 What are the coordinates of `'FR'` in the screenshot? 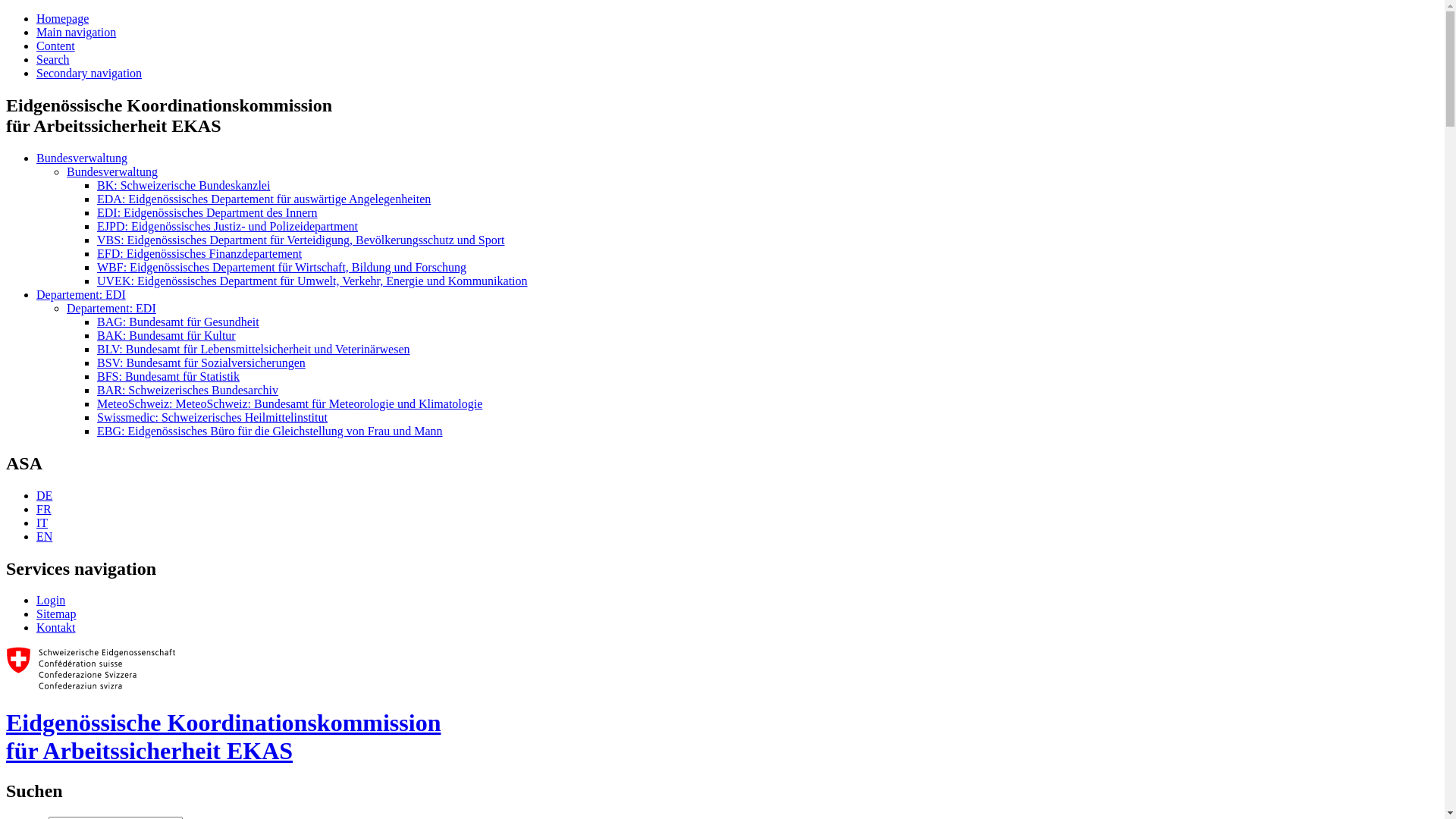 It's located at (43, 509).